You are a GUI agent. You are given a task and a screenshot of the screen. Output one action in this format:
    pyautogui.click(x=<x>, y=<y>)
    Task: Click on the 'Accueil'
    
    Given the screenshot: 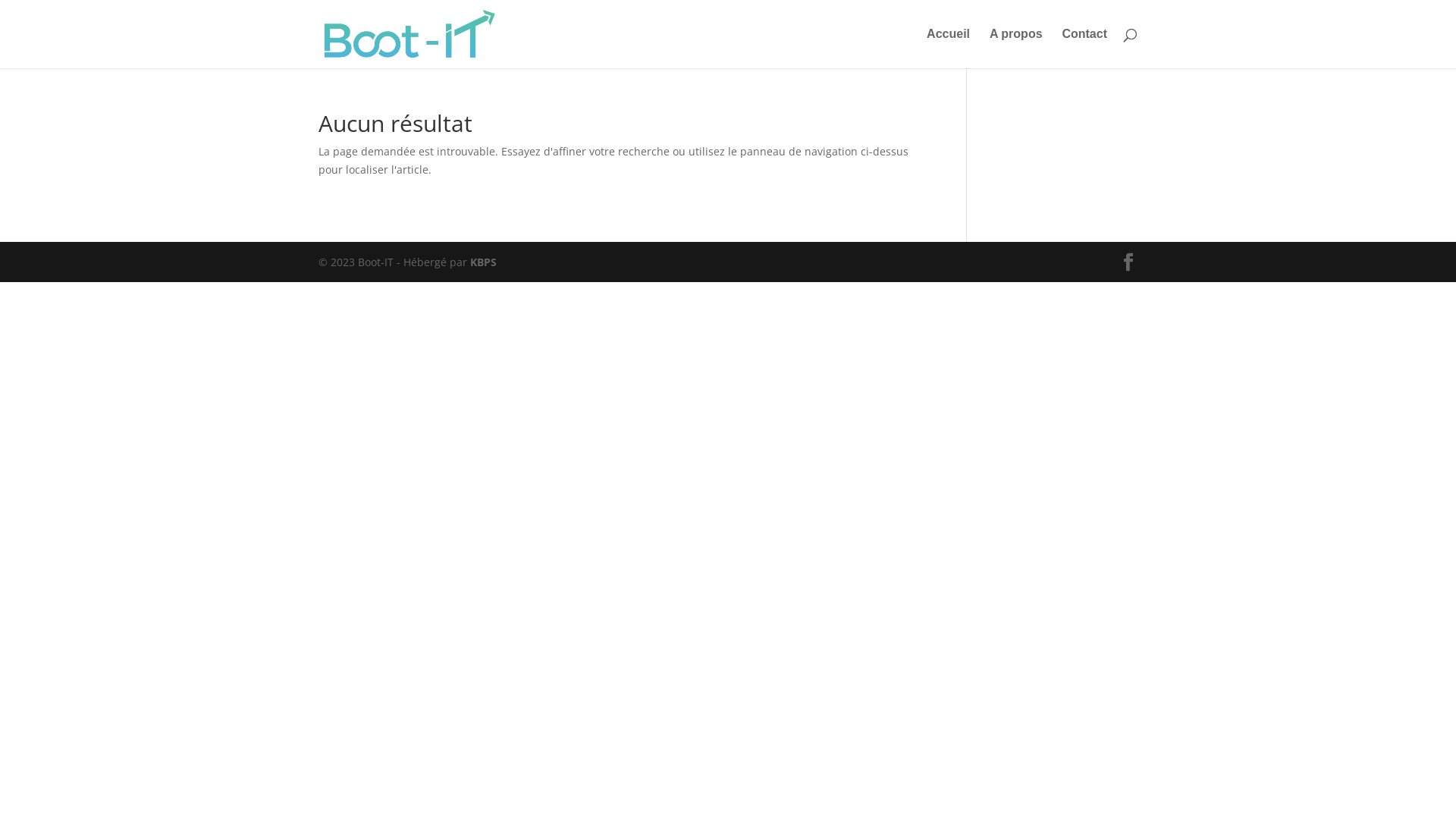 What is the action you would take?
    pyautogui.click(x=947, y=48)
    